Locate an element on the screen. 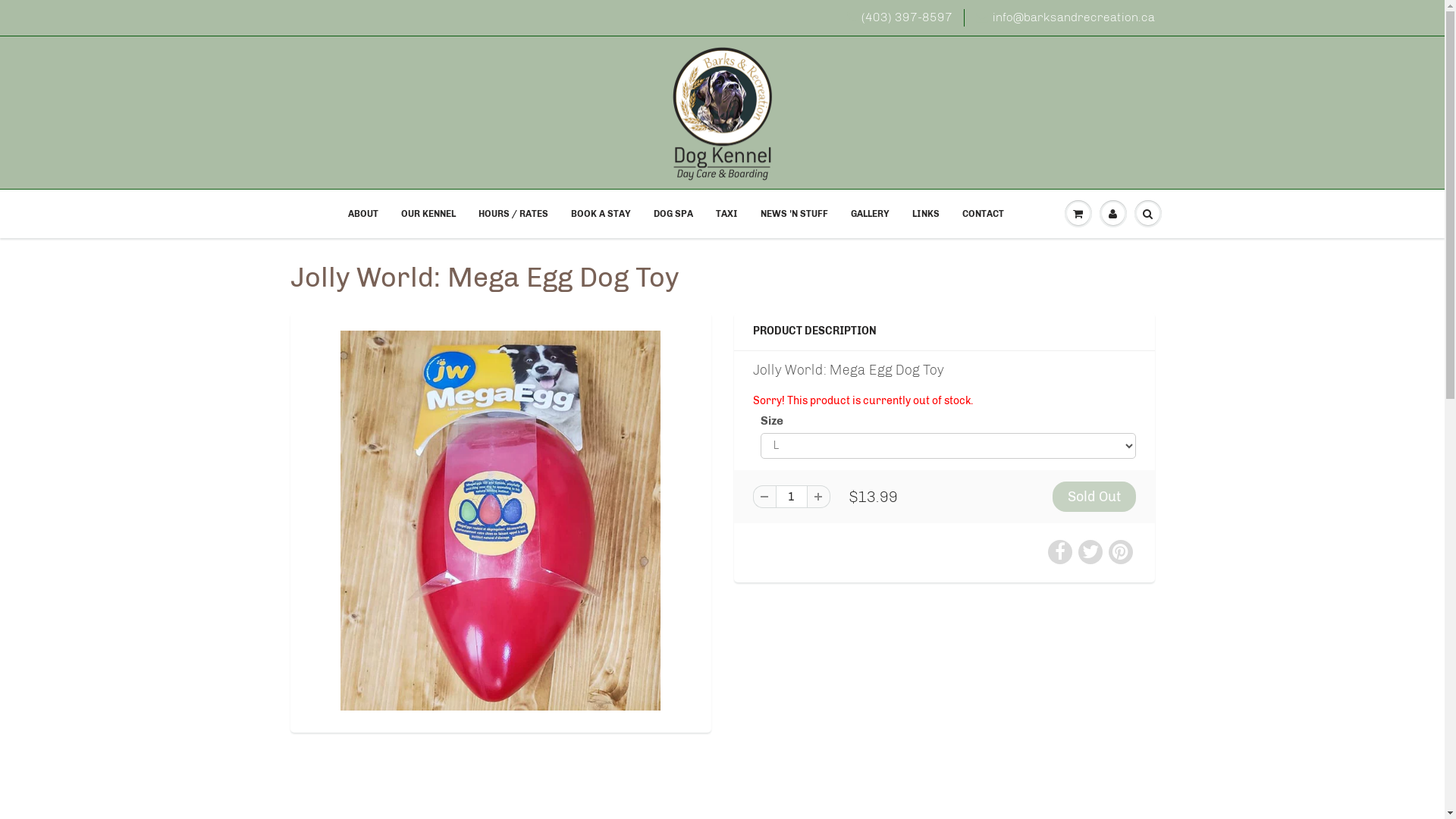 Image resolution: width=1456 pixels, height=819 pixels. 'HOURS / RATES' is located at coordinates (513, 213).